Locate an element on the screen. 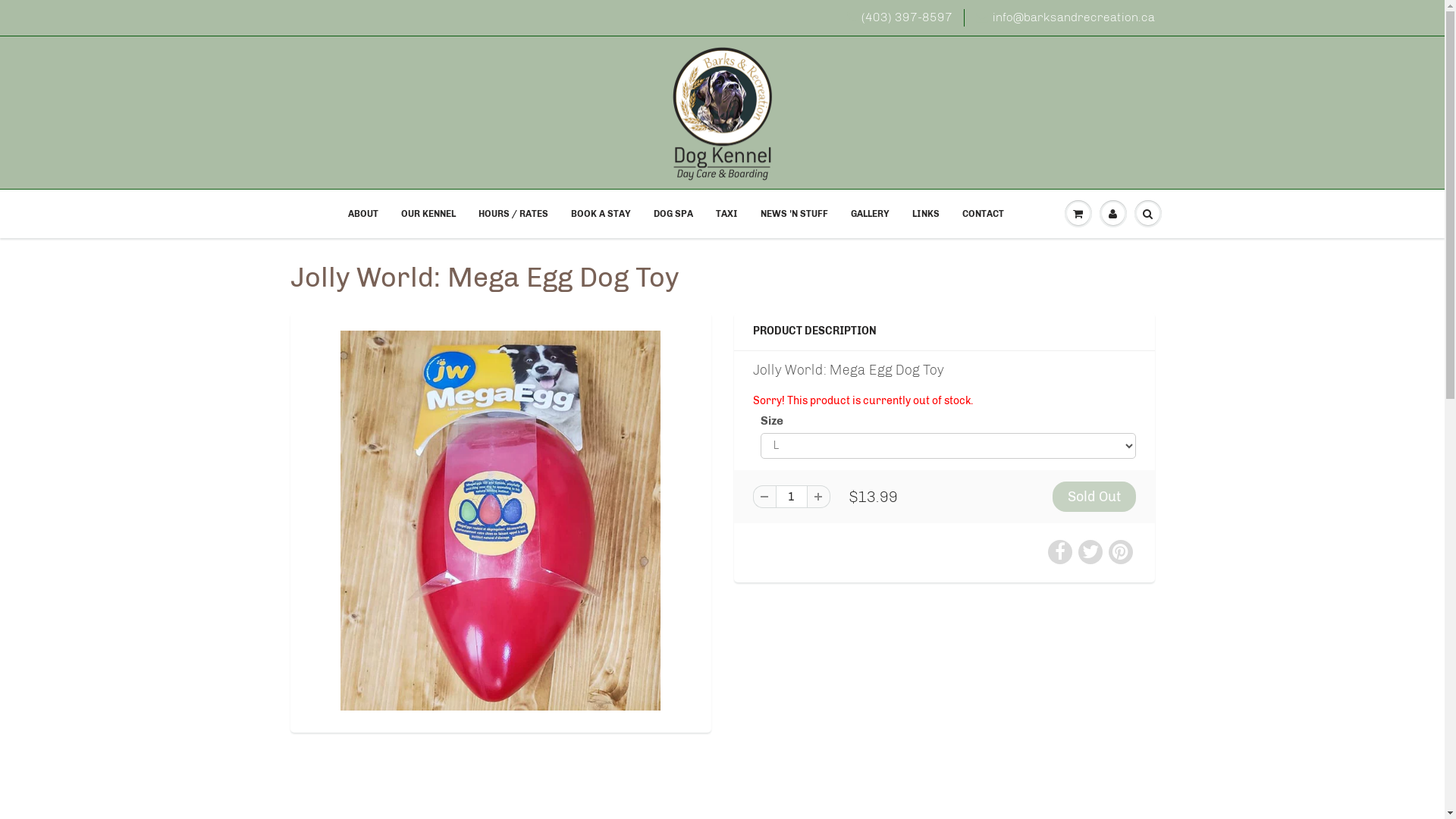 Image resolution: width=1456 pixels, height=819 pixels. 'HOURS / RATES' is located at coordinates (513, 213).